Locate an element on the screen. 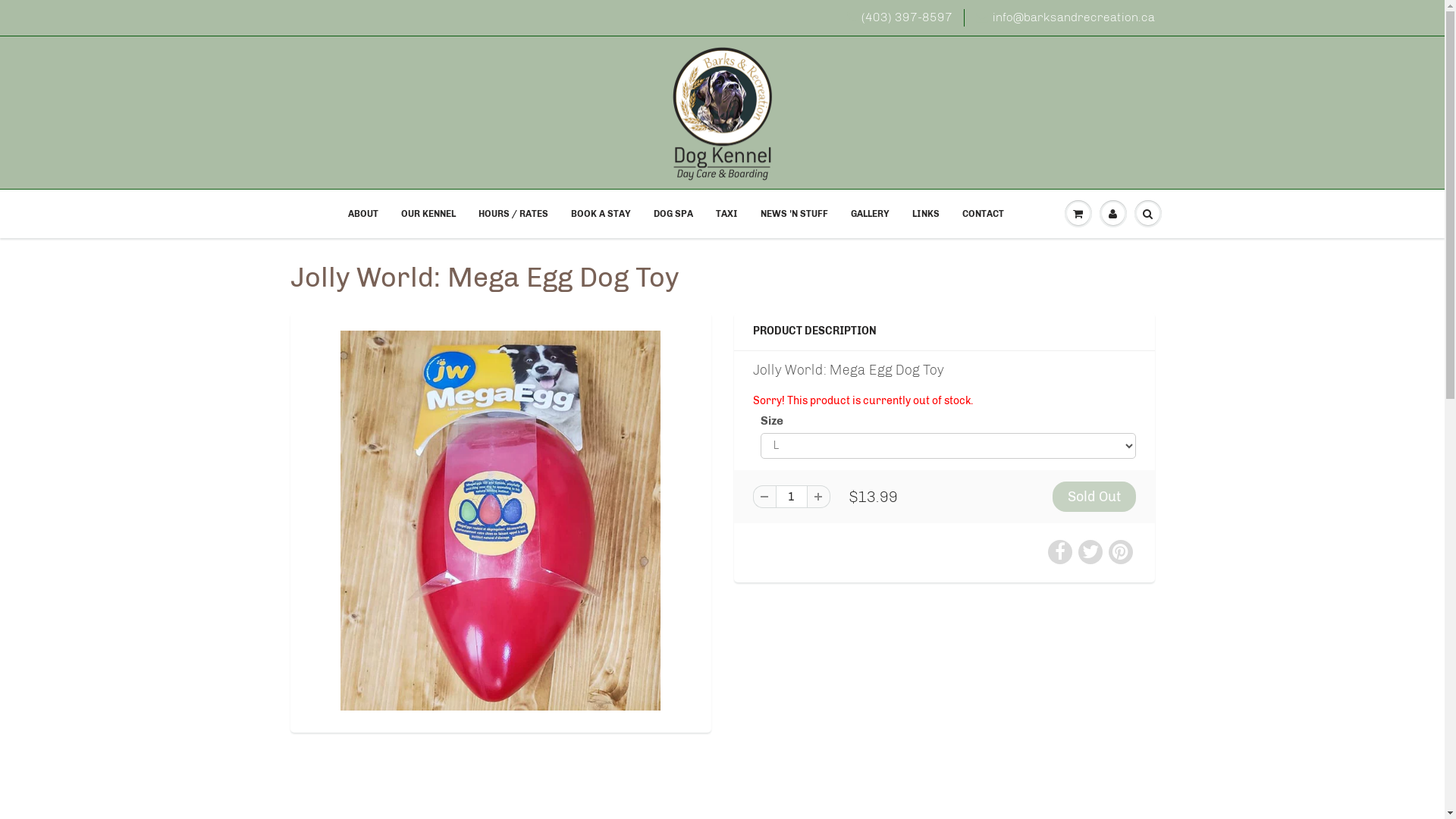 Image resolution: width=1456 pixels, height=819 pixels. 'HOURS / RATES' is located at coordinates (513, 213).